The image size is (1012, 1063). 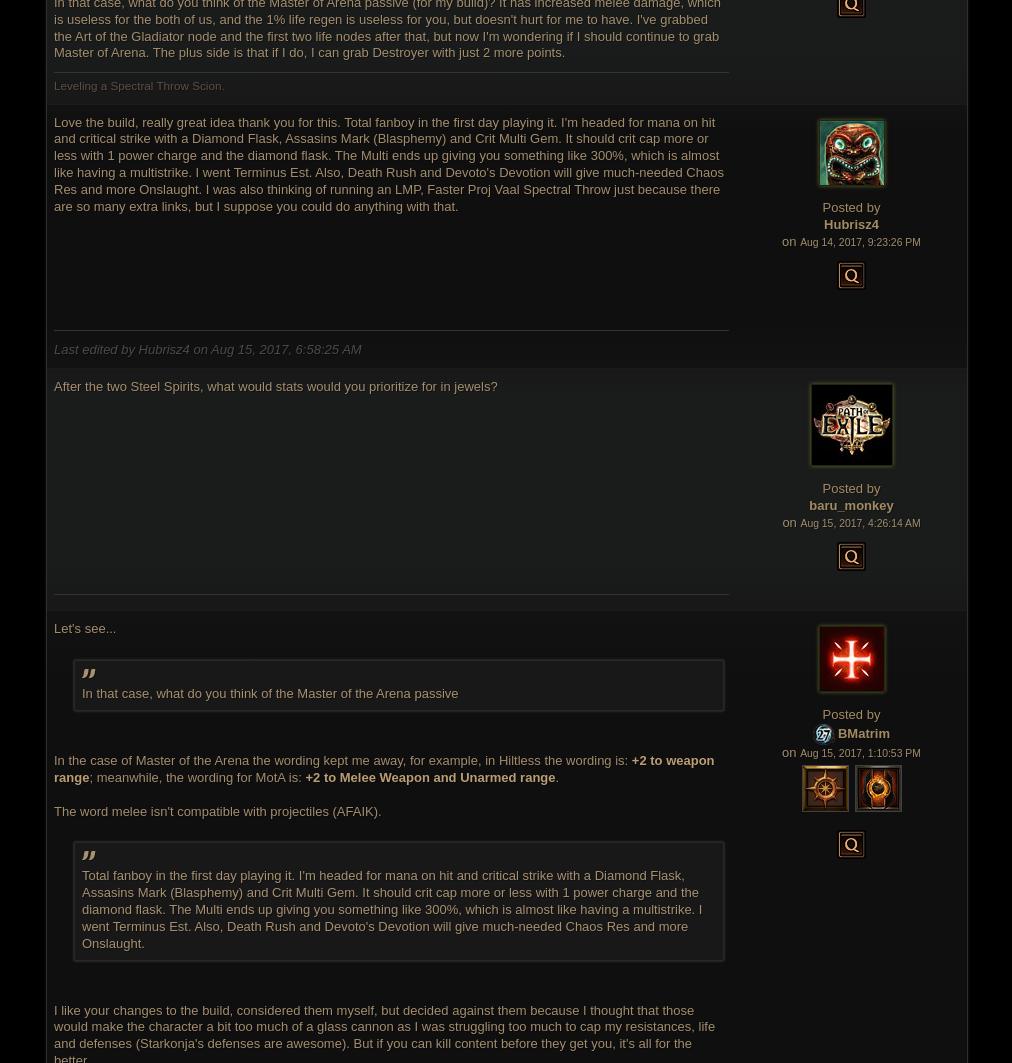 I want to click on 'The word melee isn't compatible with projectiles (AFAIK).', so click(x=53, y=809).